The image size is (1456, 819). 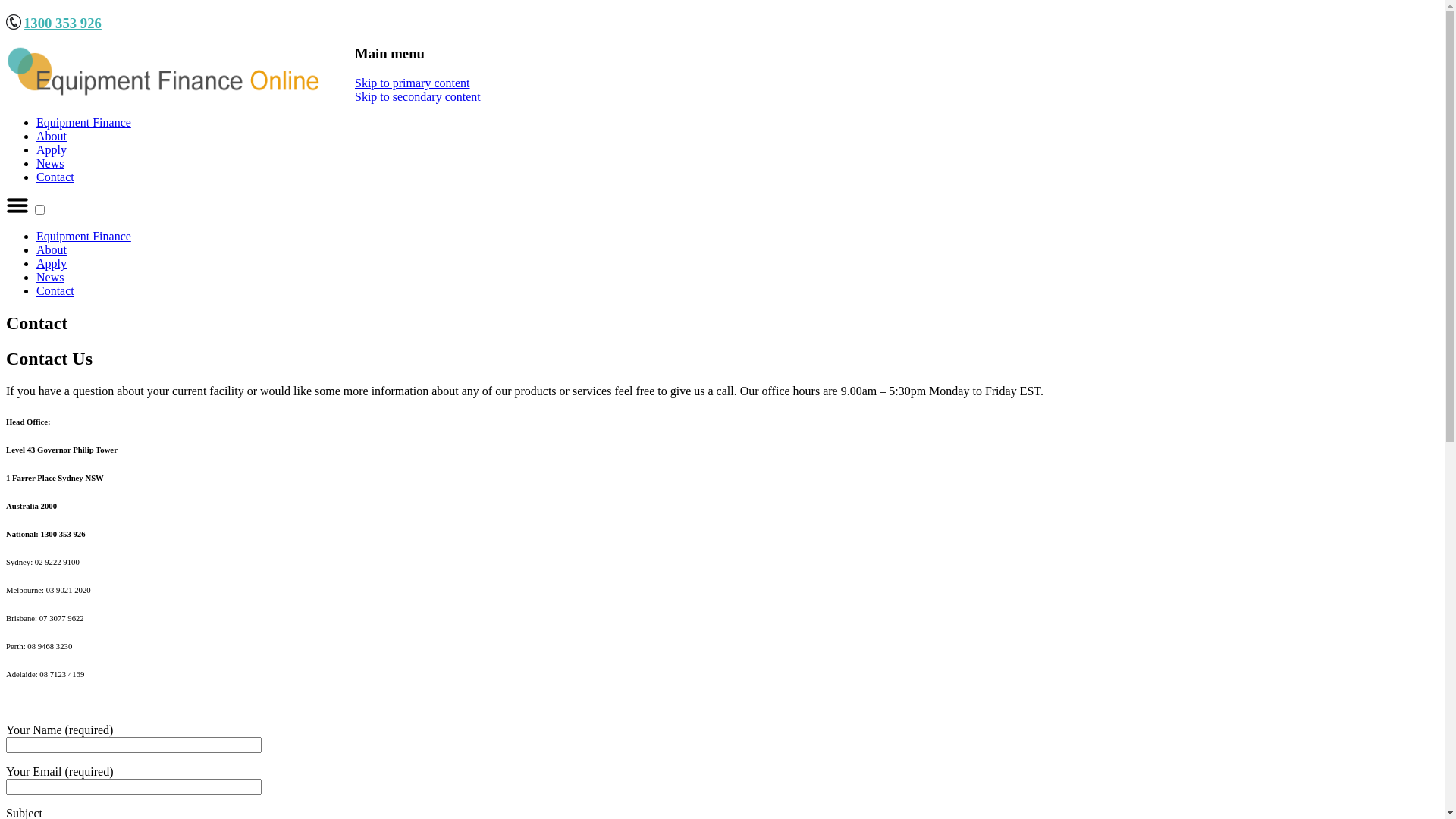 I want to click on 'About', so click(x=36, y=135).